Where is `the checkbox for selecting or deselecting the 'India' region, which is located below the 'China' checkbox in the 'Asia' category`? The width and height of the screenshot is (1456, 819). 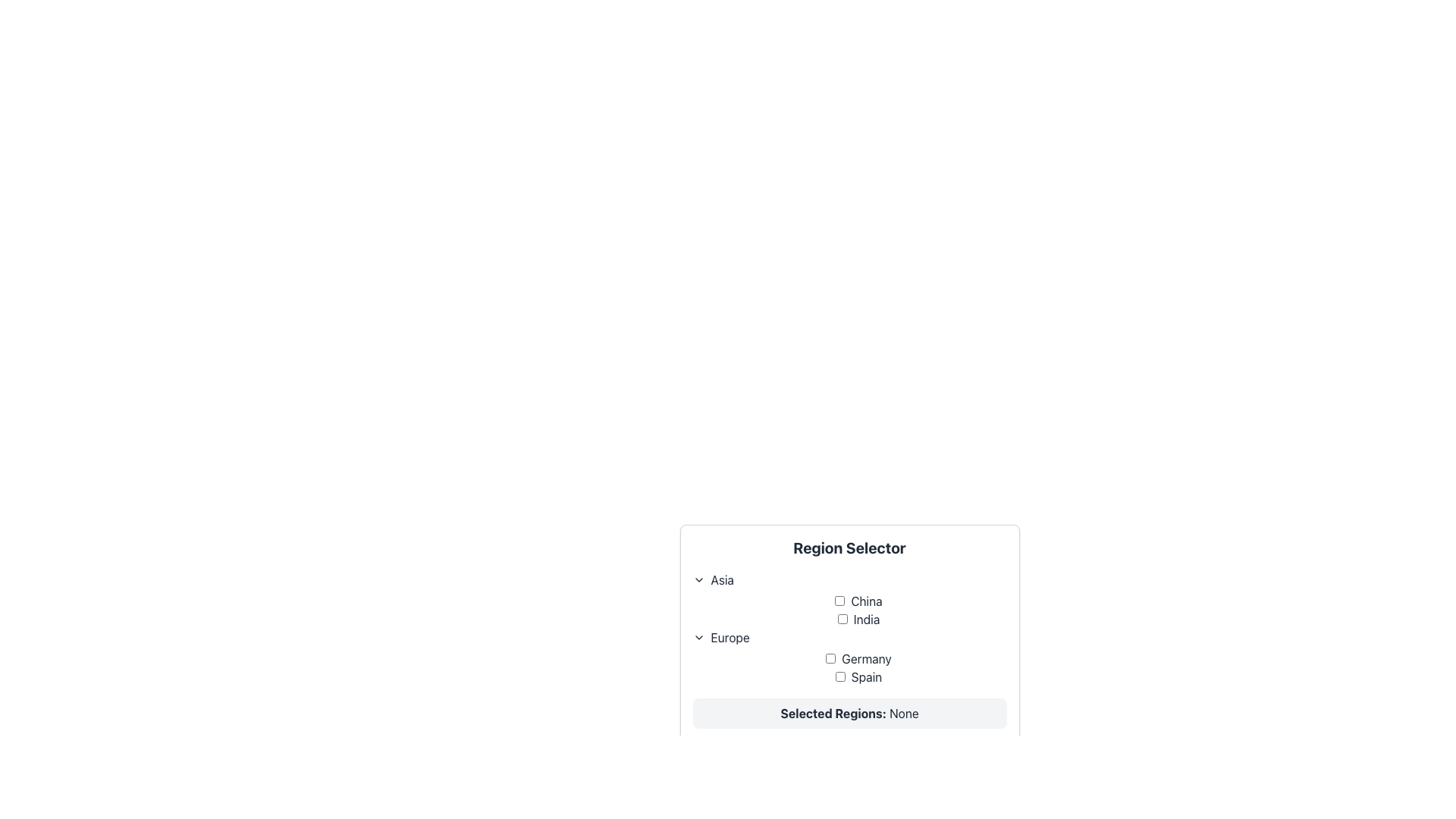 the checkbox for selecting or deselecting the 'India' region, which is located below the 'China' checkbox in the 'Asia' category is located at coordinates (842, 619).